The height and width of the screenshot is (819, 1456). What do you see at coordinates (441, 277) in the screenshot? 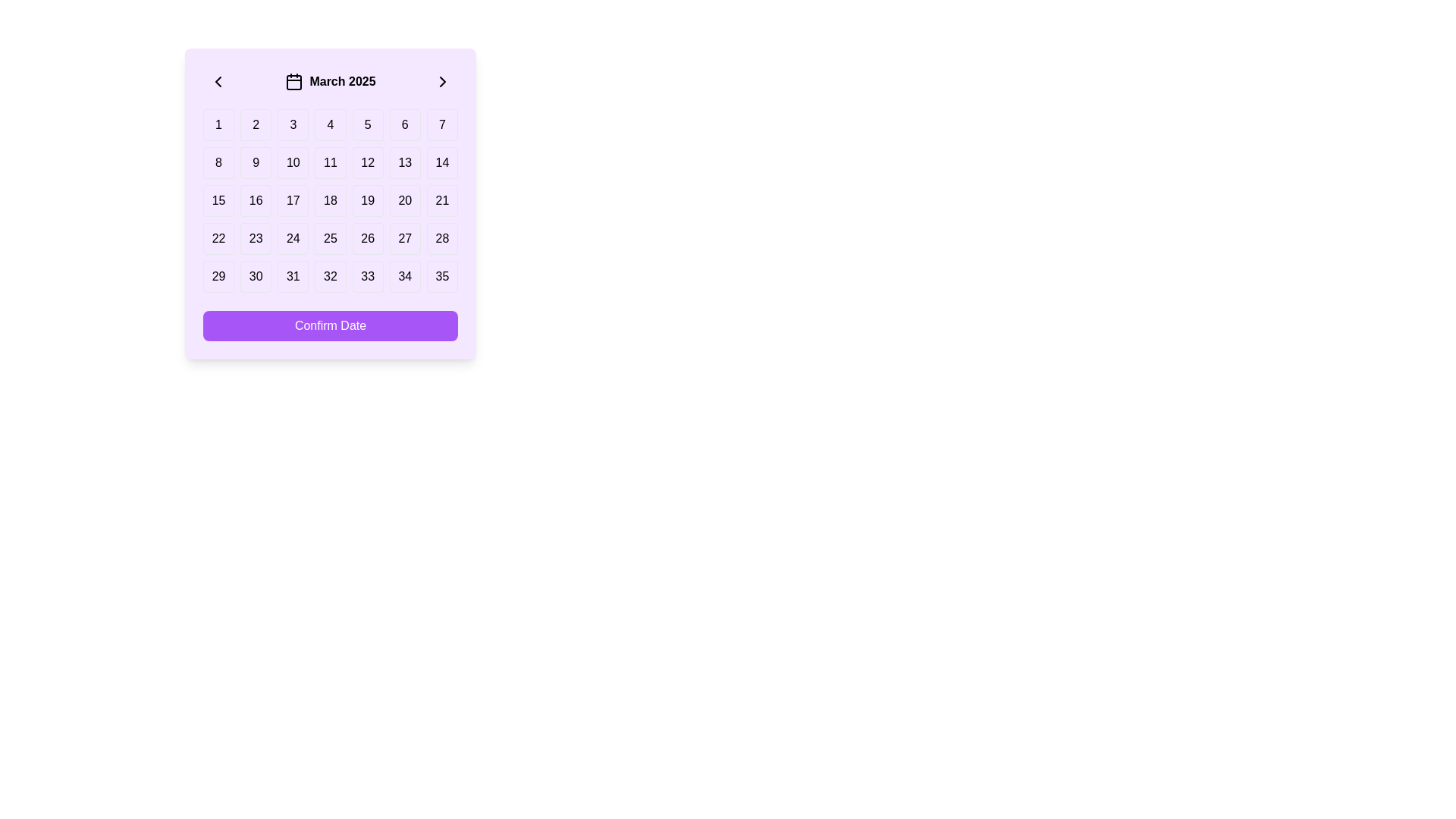
I see `the button representing the 35th day in the calendar grid` at bounding box center [441, 277].